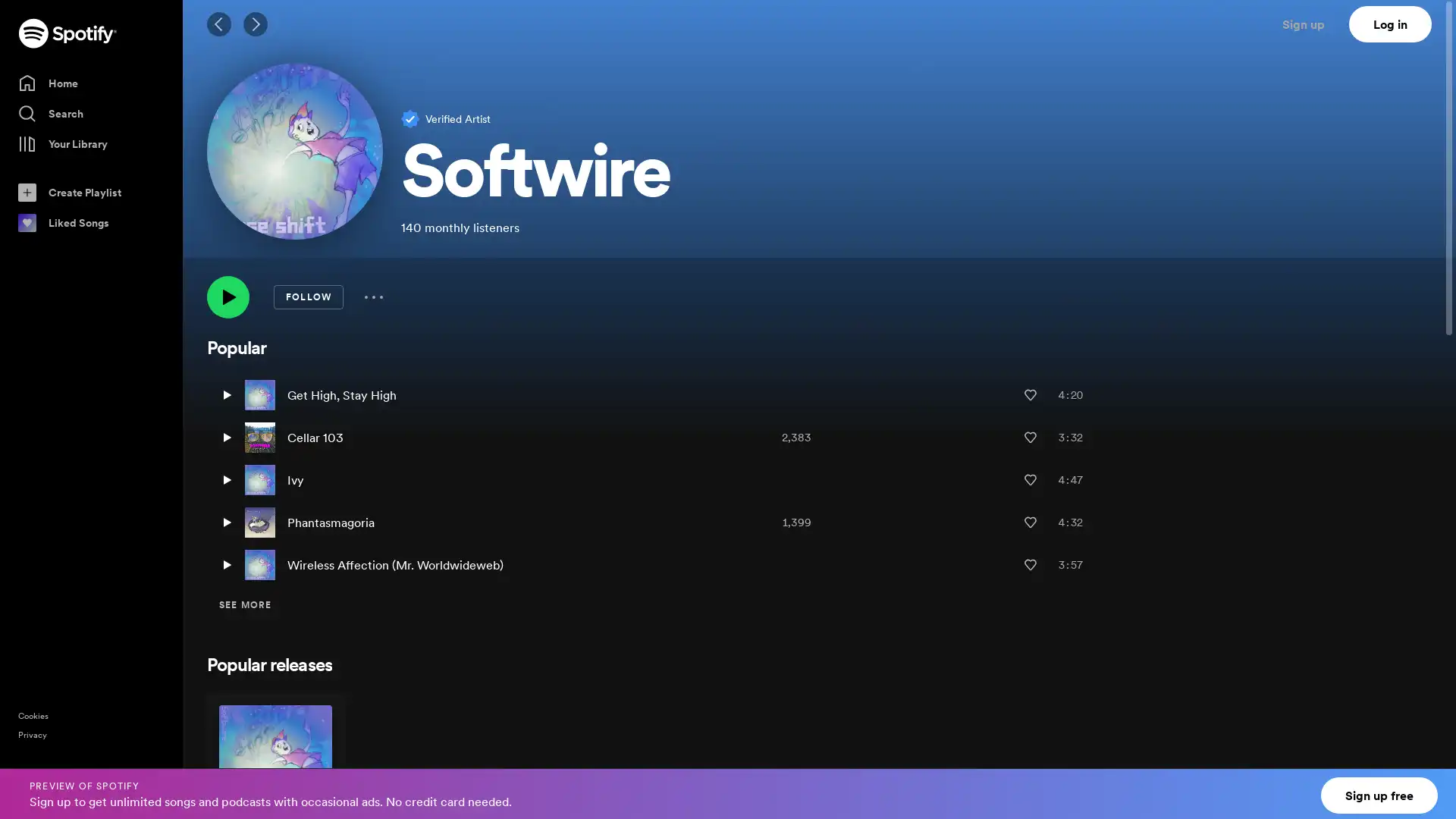 The height and width of the screenshot is (819, 1456). What do you see at coordinates (1390, 24) in the screenshot?
I see `Log in` at bounding box center [1390, 24].